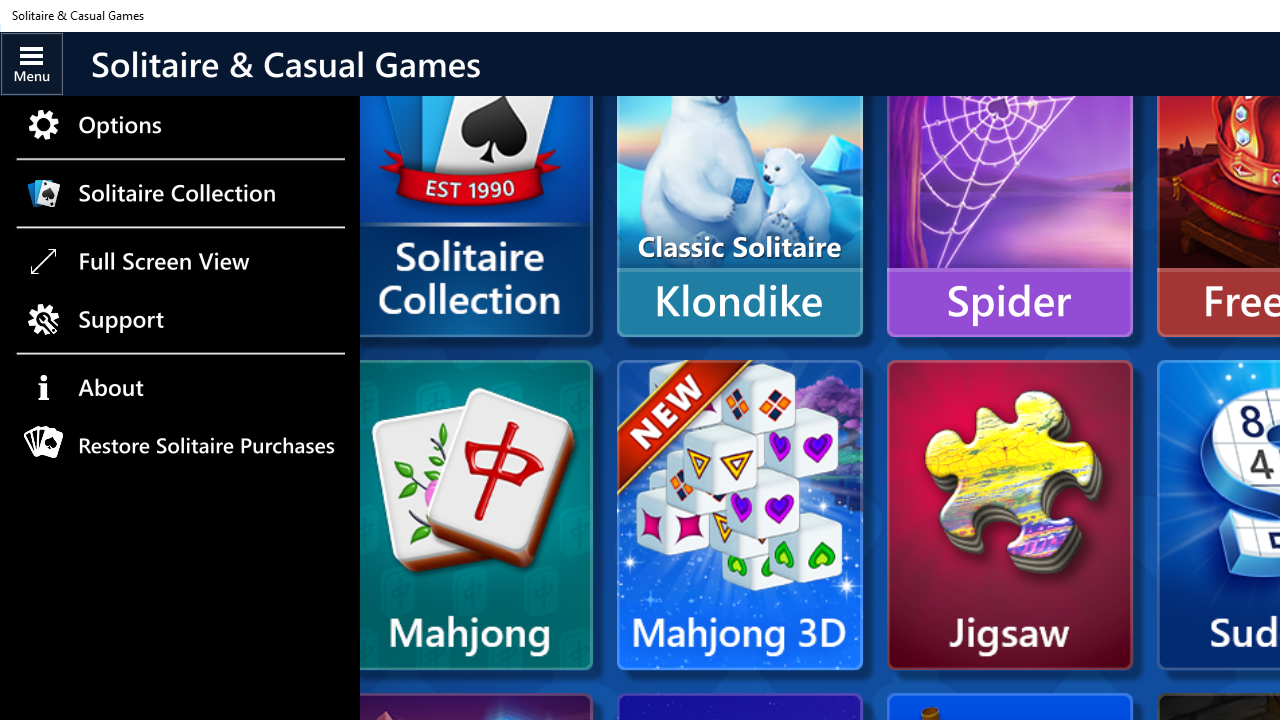 The height and width of the screenshot is (720, 1280). What do you see at coordinates (179, 124) in the screenshot?
I see `'Options'` at bounding box center [179, 124].